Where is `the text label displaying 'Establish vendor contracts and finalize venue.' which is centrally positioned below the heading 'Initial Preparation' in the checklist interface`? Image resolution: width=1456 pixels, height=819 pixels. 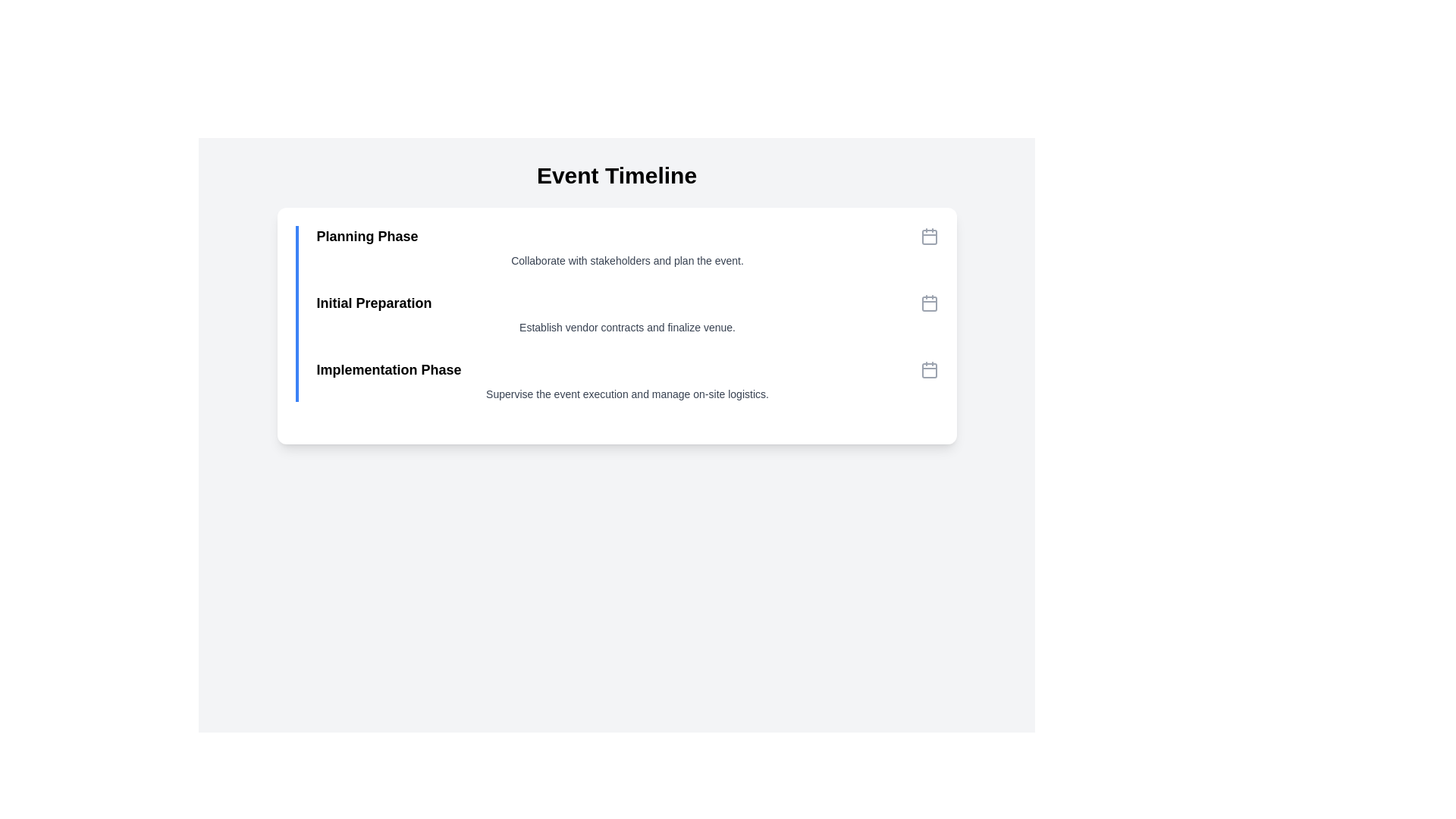
the text label displaying 'Establish vendor contracts and finalize venue.' which is centrally positioned below the heading 'Initial Preparation' in the checklist interface is located at coordinates (627, 327).